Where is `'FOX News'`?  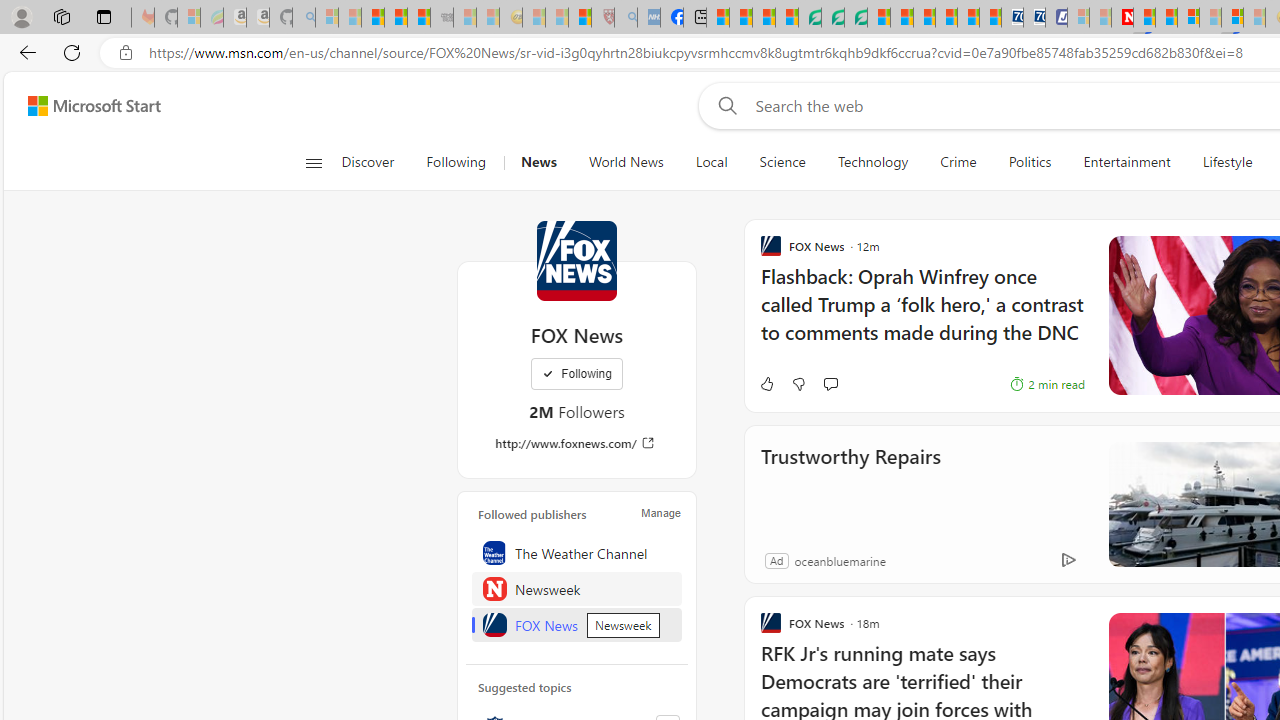 'FOX News' is located at coordinates (576, 623).